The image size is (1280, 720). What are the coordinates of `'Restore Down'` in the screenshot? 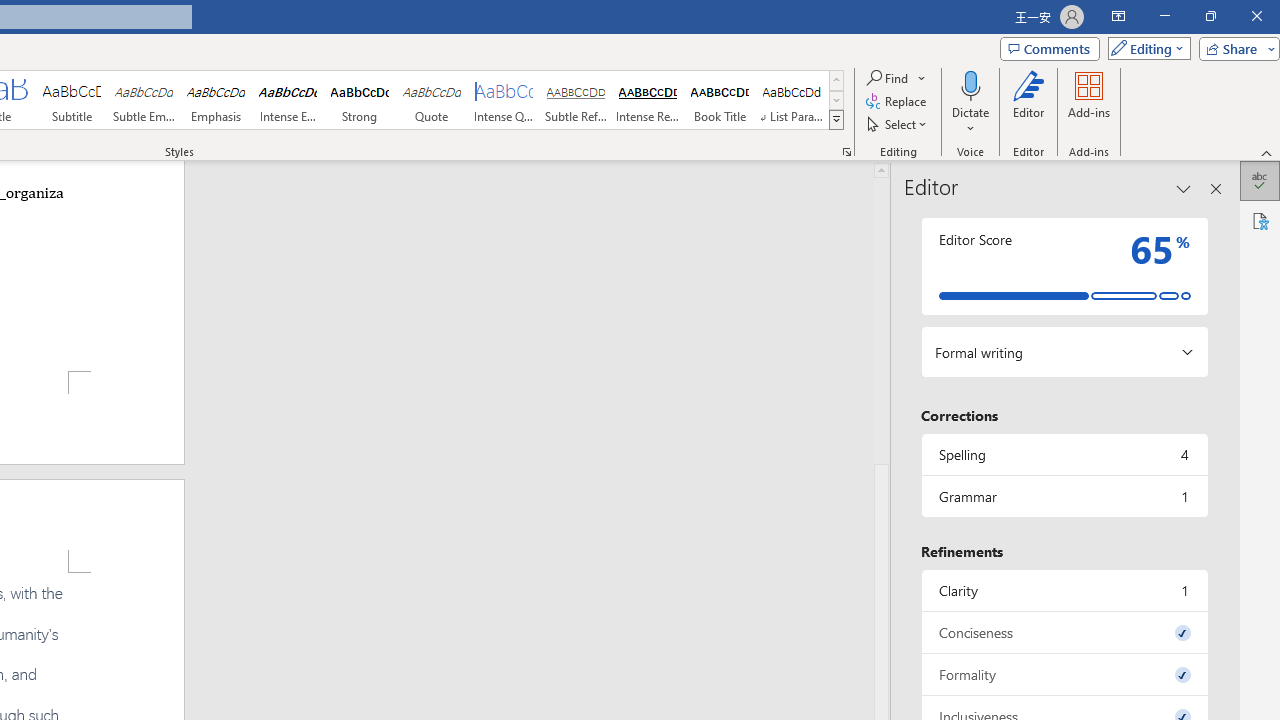 It's located at (1209, 16).